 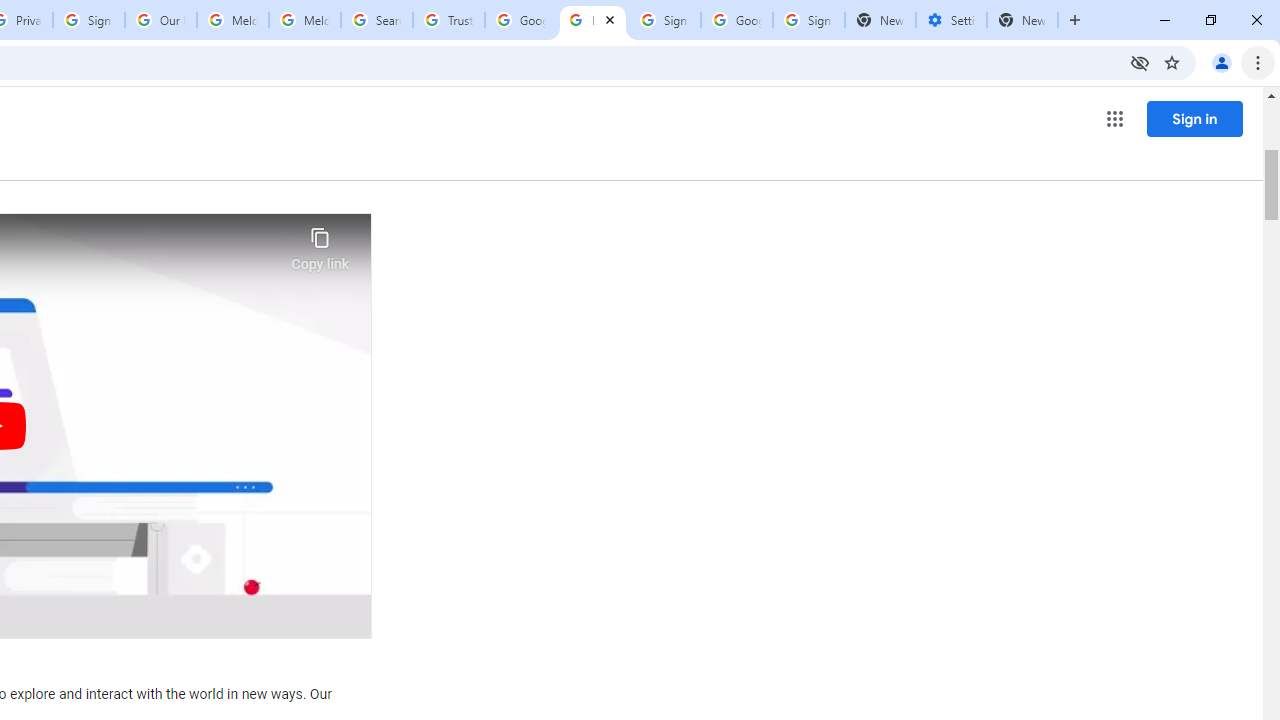 I want to click on 'Google Ads - Sign in', so click(x=520, y=20).